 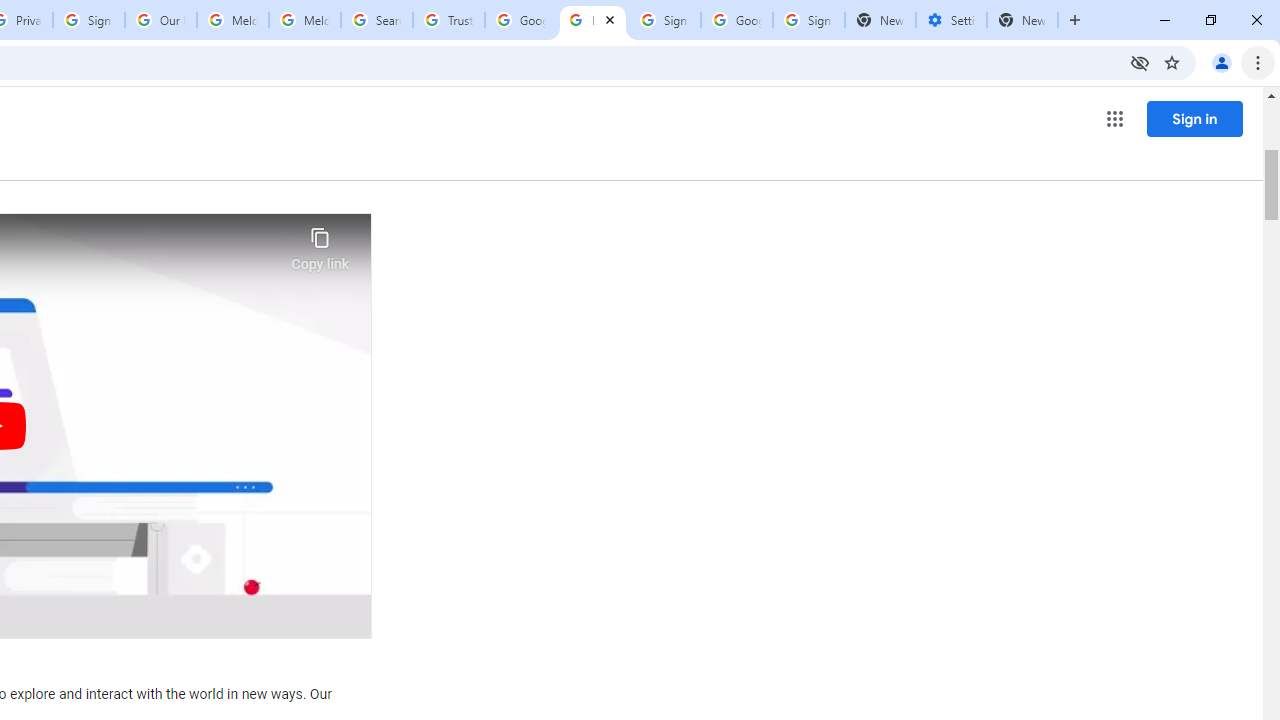 I want to click on 'Google Ads - Sign in', so click(x=520, y=20).